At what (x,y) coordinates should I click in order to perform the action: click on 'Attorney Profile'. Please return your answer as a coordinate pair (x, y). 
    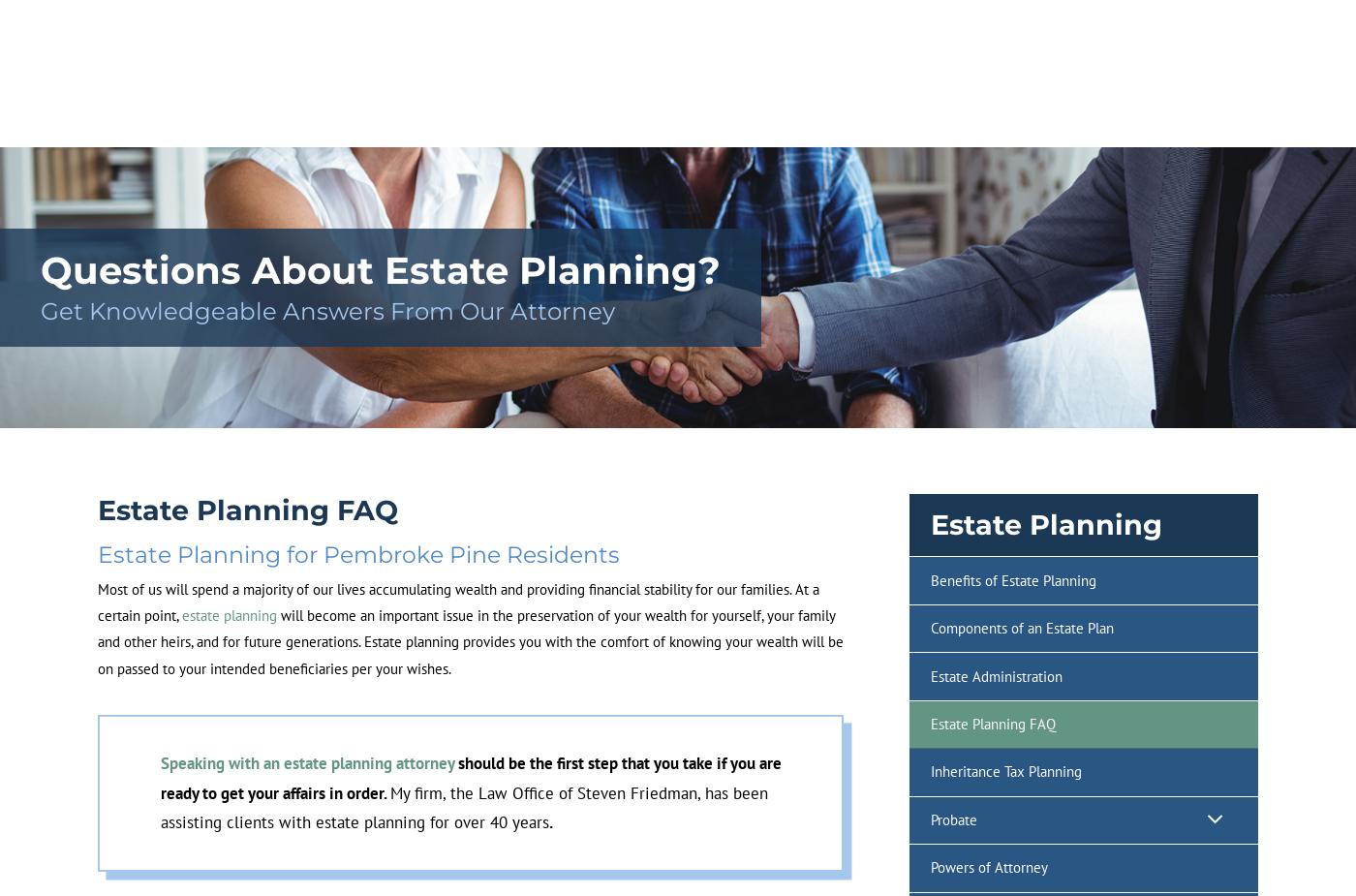
    Looking at the image, I should click on (348, 130).